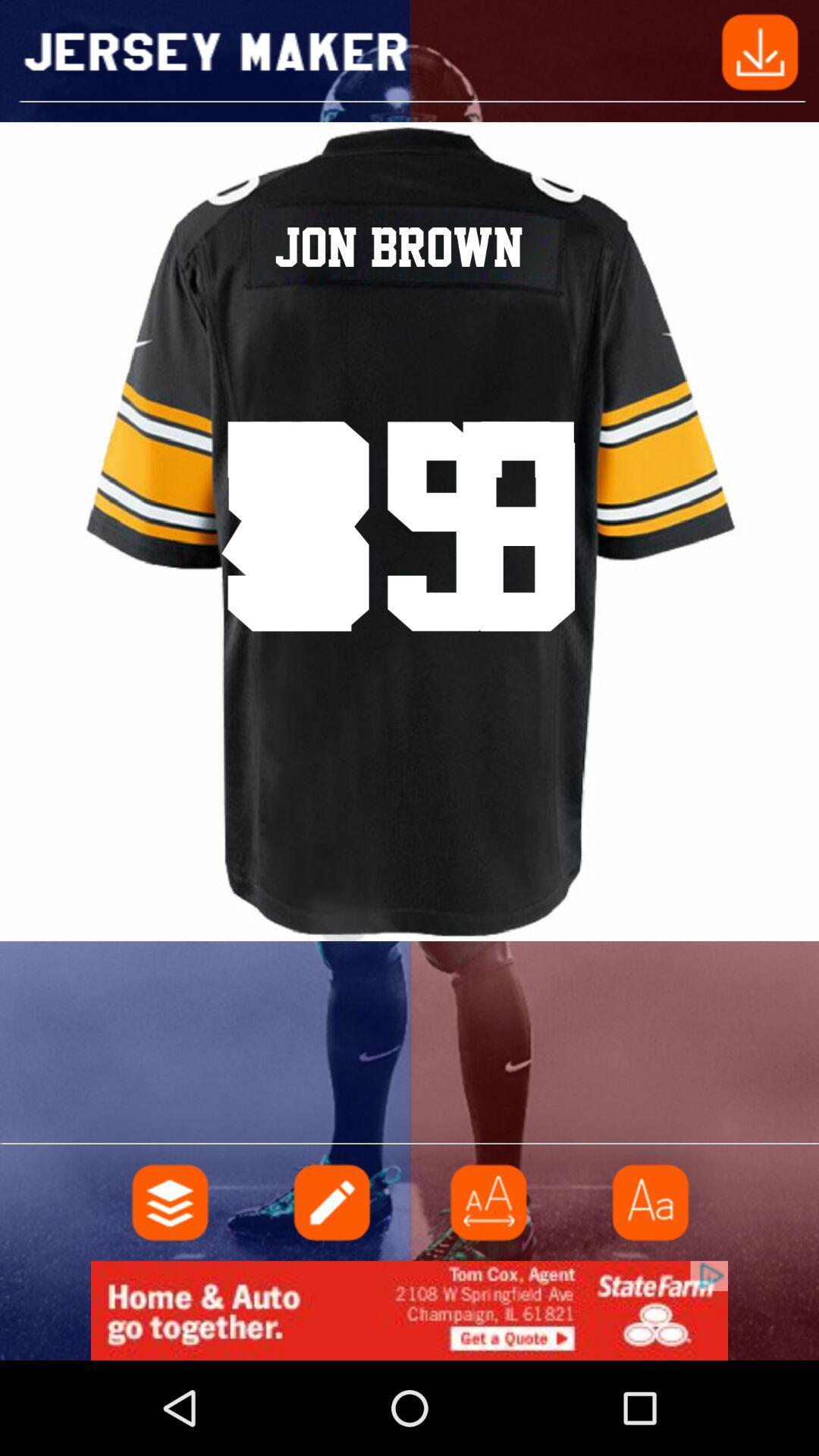 This screenshot has height=1456, width=819. What do you see at coordinates (488, 1201) in the screenshot?
I see `space` at bounding box center [488, 1201].